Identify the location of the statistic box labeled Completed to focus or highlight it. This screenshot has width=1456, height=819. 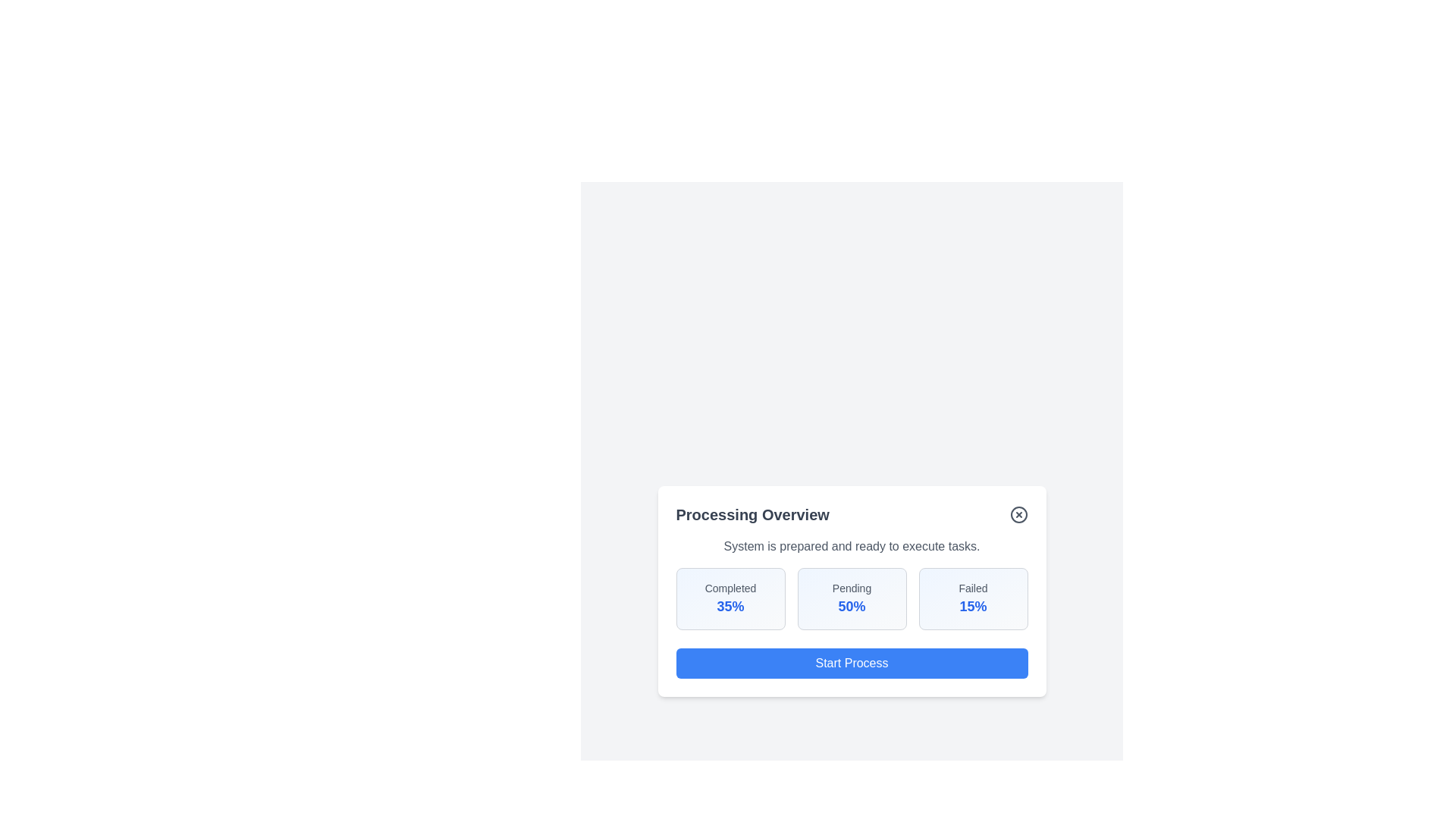
(730, 598).